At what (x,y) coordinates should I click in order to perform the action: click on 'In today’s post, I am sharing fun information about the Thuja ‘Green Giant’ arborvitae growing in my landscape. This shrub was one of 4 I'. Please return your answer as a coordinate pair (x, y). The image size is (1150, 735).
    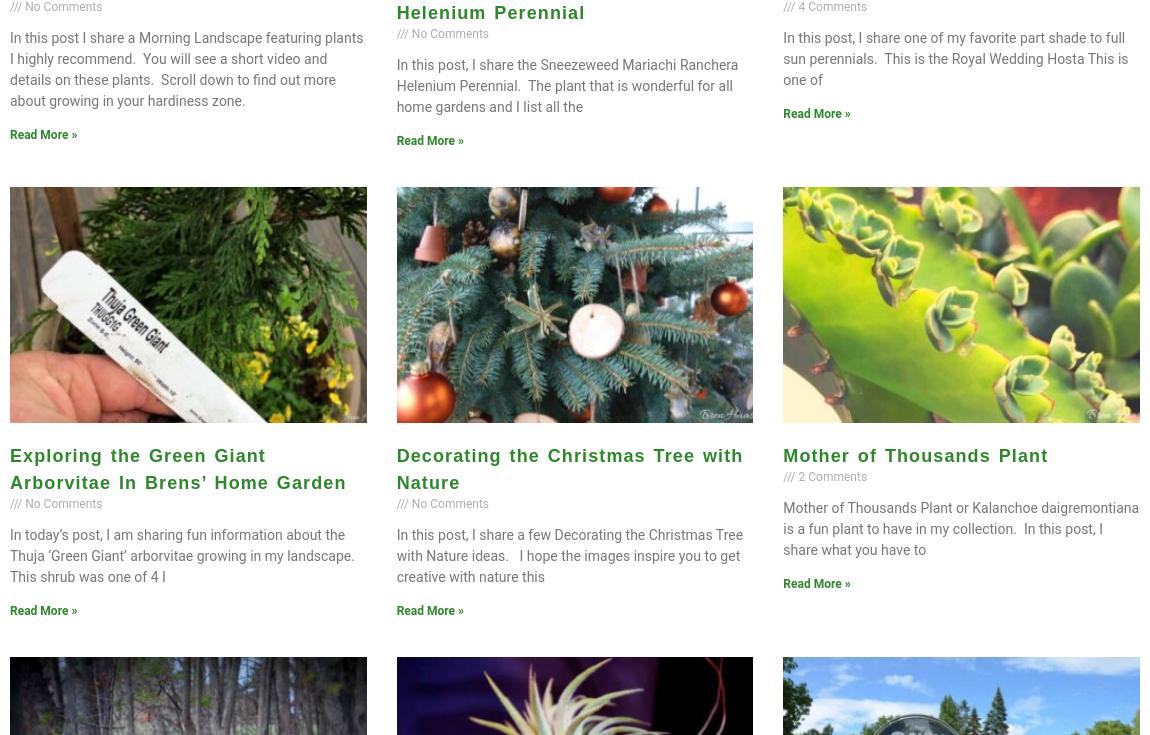
    Looking at the image, I should click on (9, 555).